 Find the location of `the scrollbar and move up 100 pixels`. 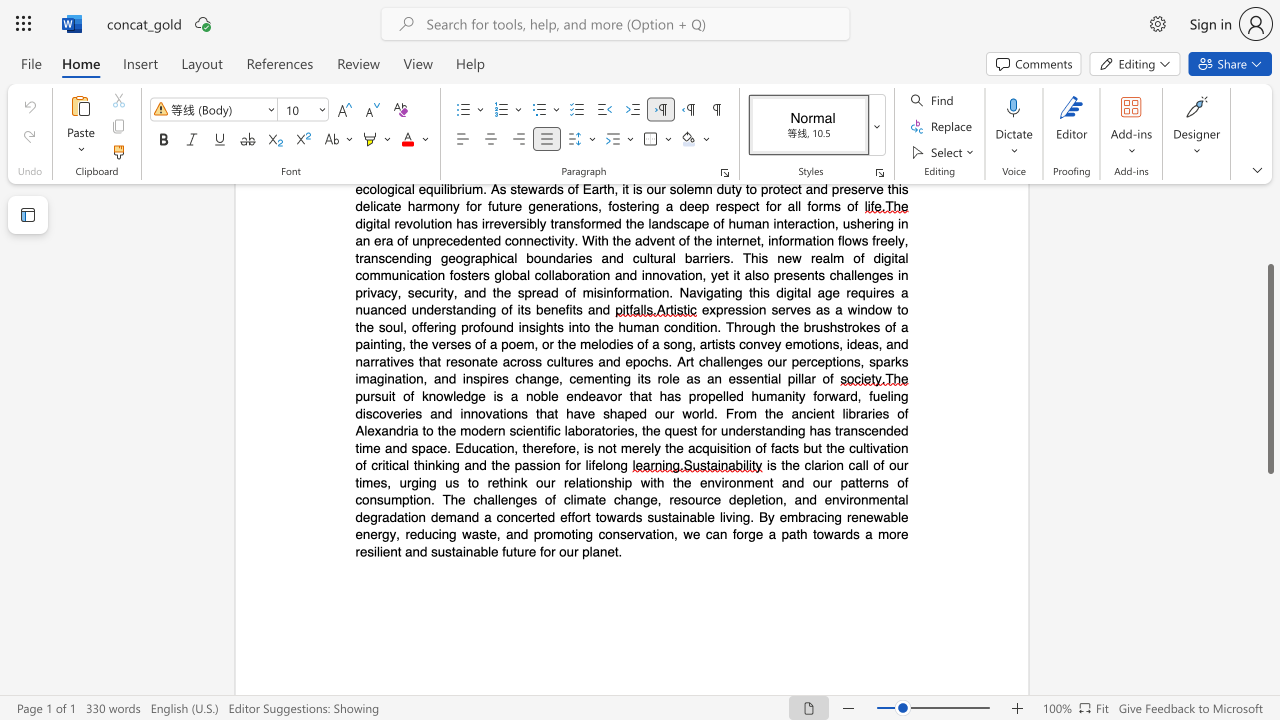

the scrollbar and move up 100 pixels is located at coordinates (1269, 369).